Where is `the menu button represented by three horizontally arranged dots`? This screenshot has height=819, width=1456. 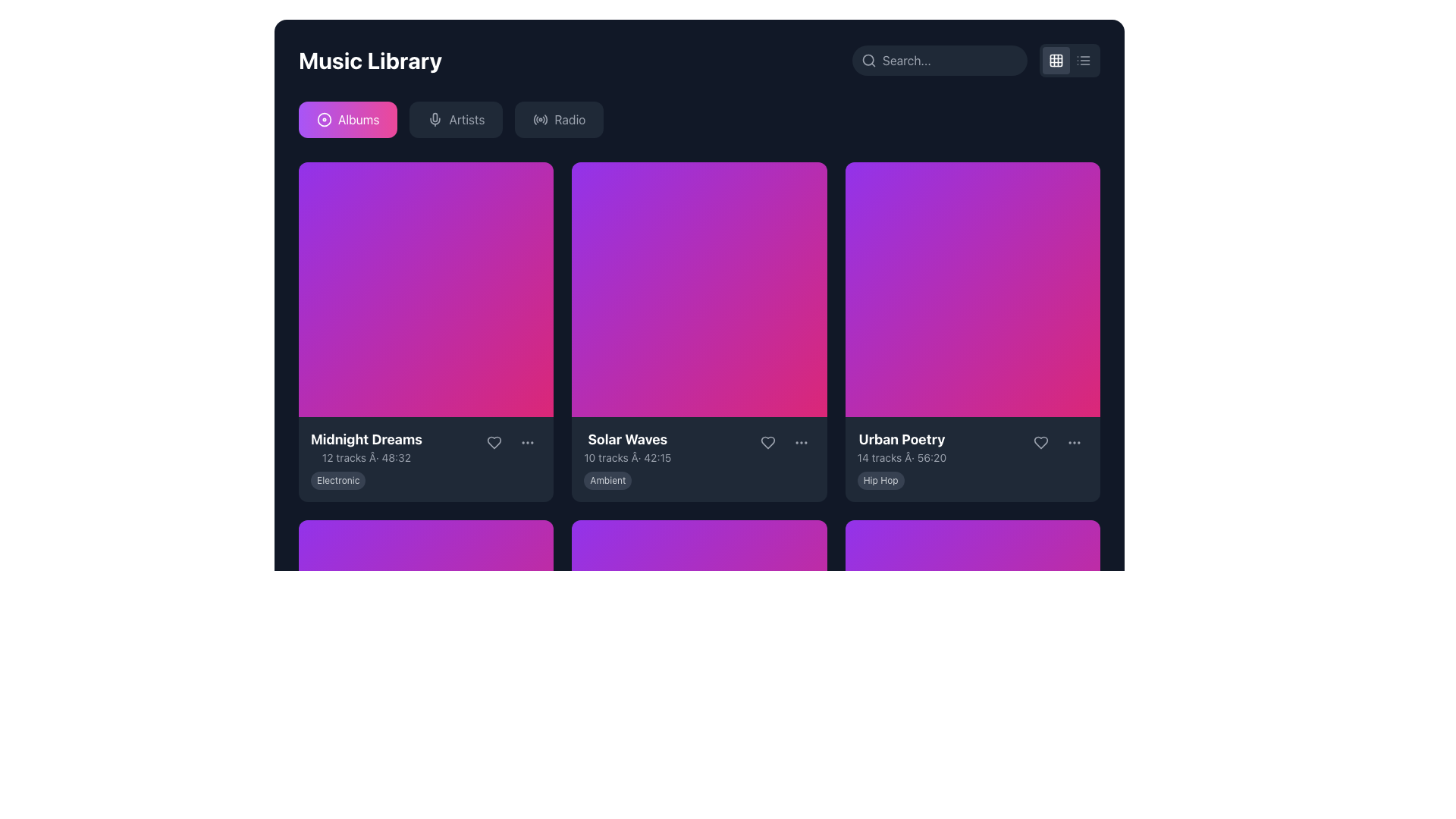
the menu button represented by three horizontally arranged dots is located at coordinates (1073, 442).